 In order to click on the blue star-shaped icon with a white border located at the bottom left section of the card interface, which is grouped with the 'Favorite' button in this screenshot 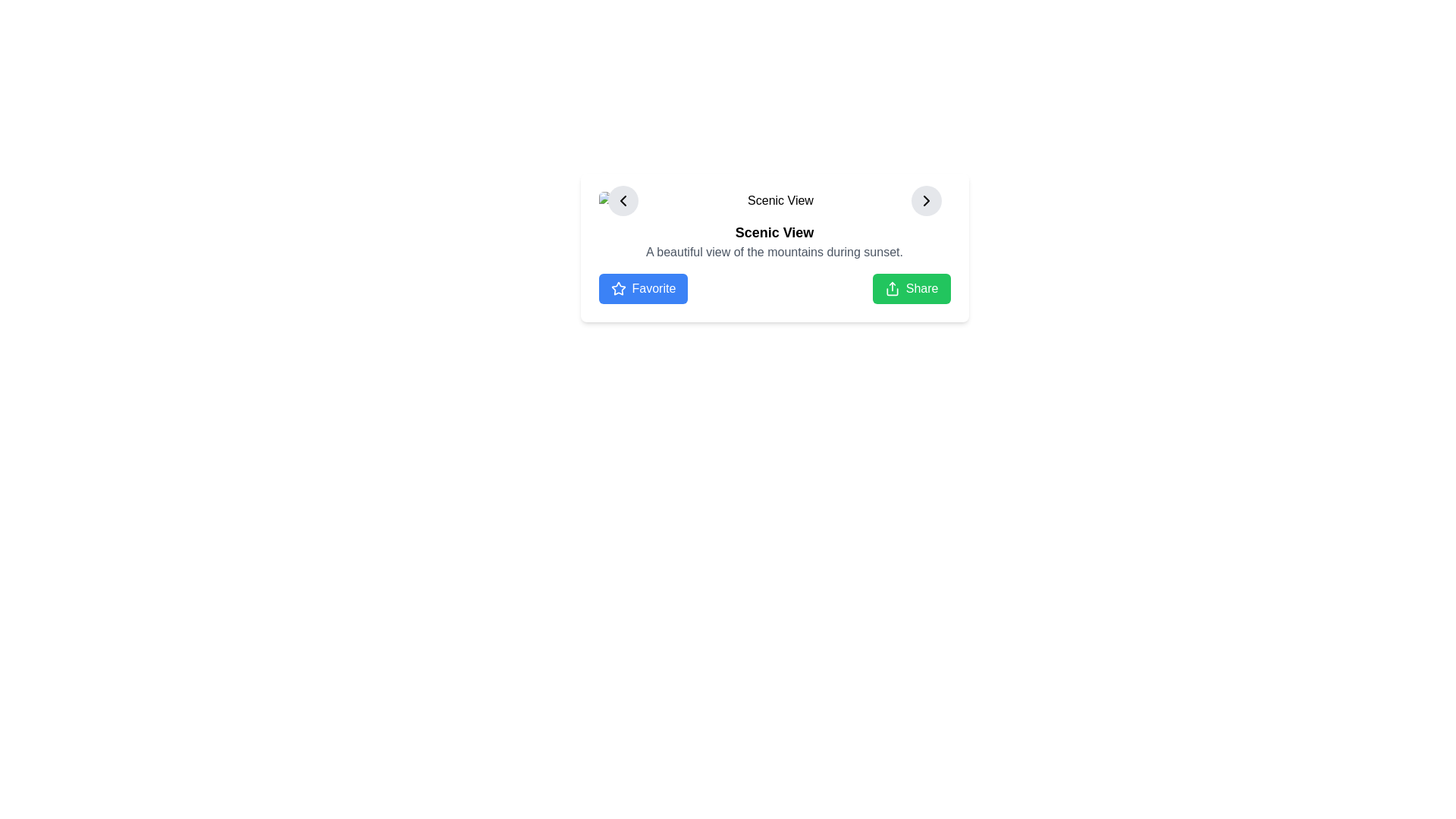, I will do `click(618, 288)`.